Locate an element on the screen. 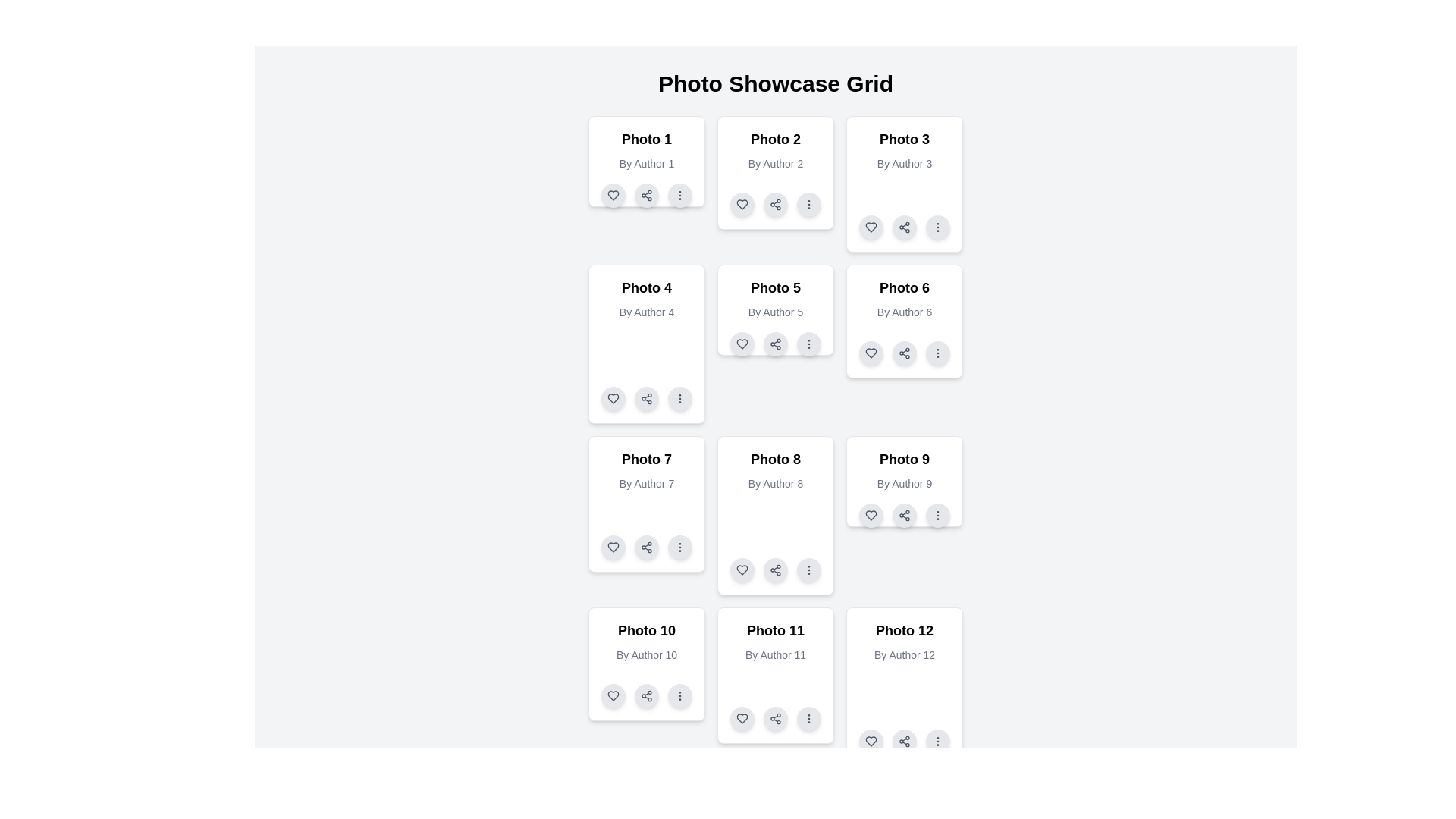 Image resolution: width=1456 pixels, height=819 pixels. the interactive sharing icon located at the bottom of the card labeled 'Photo 1 By Author 1', which is the third icon in a set of three interactive elements is located at coordinates (647, 195).